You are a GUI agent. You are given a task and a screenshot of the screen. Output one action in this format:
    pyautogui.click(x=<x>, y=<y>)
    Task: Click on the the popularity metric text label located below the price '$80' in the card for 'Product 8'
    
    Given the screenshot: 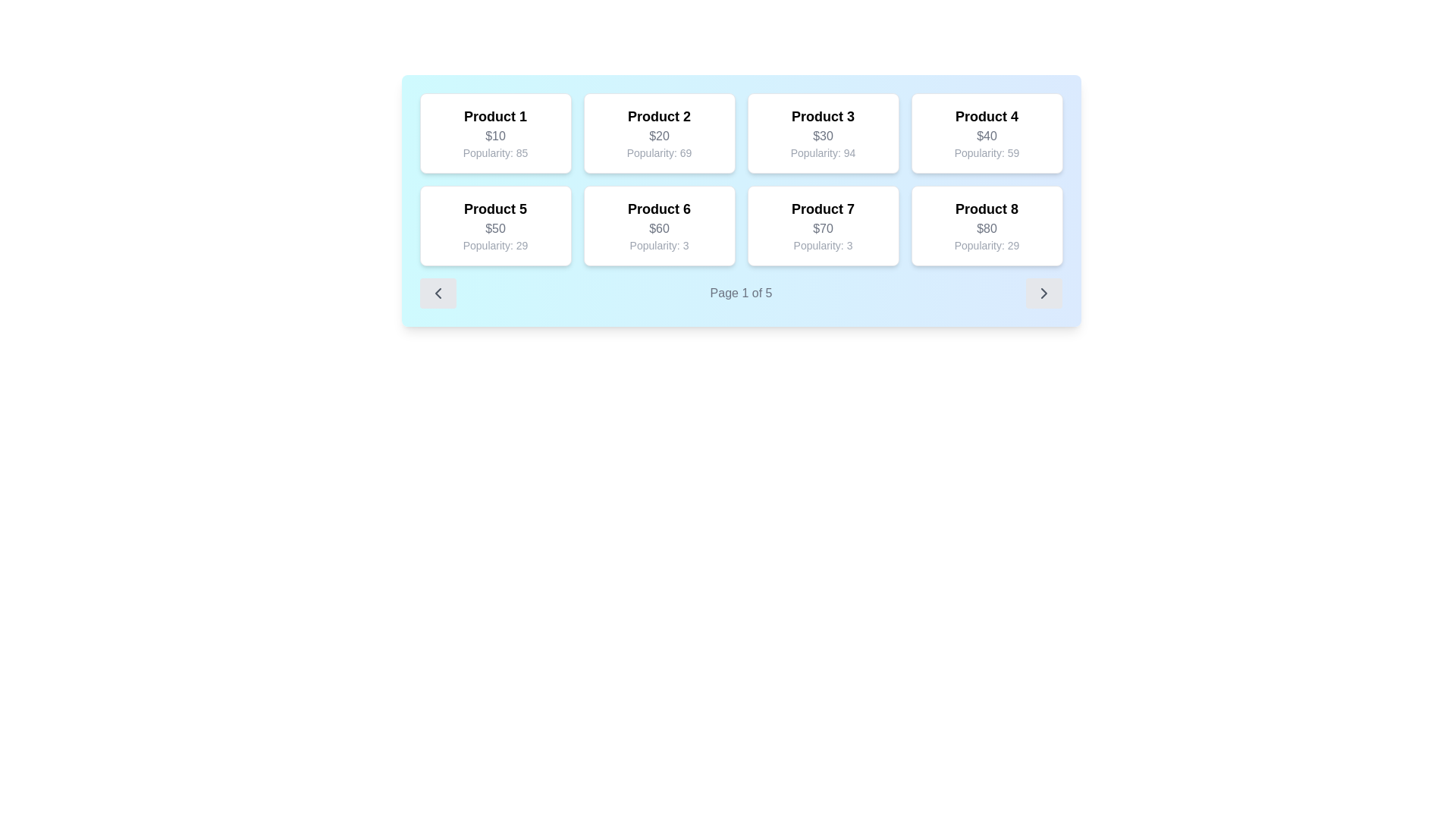 What is the action you would take?
    pyautogui.click(x=987, y=245)
    